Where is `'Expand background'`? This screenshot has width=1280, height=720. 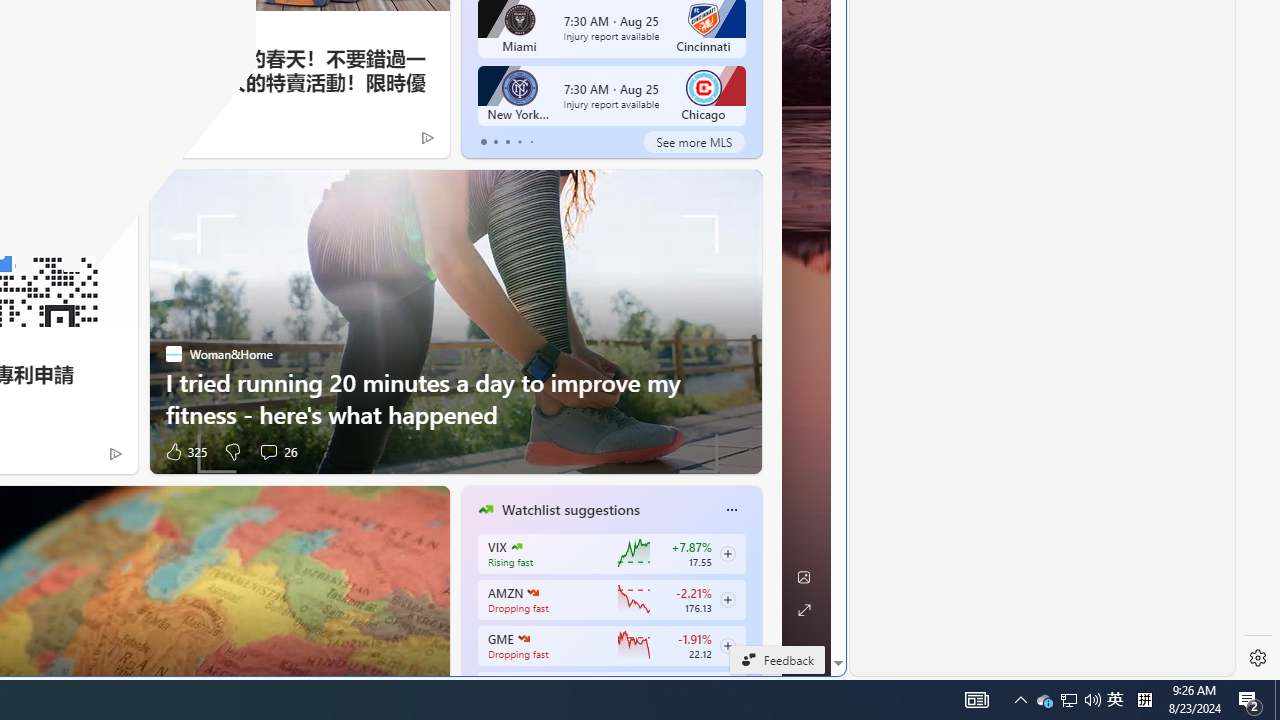
'Expand background' is located at coordinates (803, 609).